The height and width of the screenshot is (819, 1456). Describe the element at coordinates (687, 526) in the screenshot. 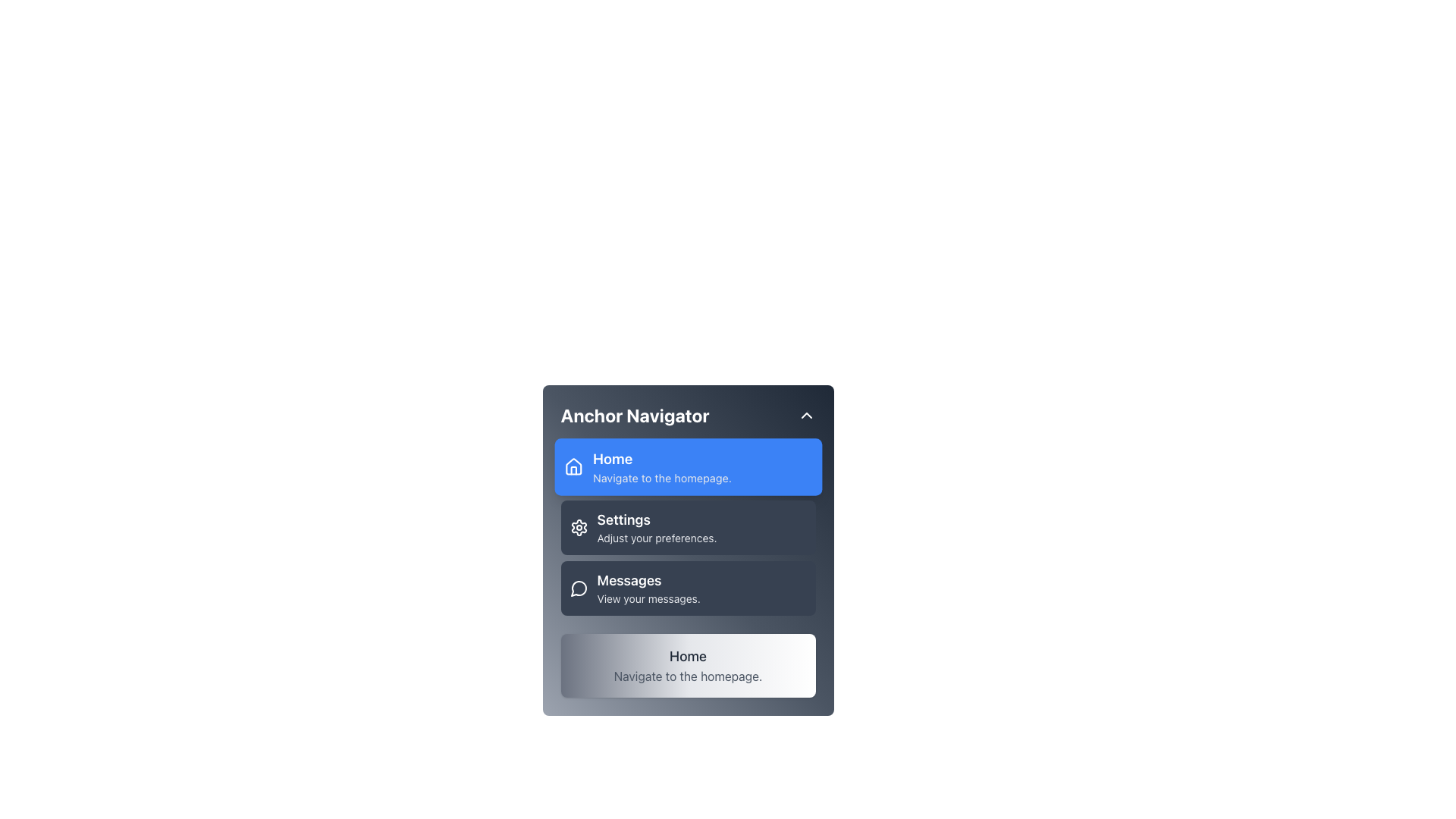

I see `the 'Settings' button with a dark gray background and a gear icon` at that location.